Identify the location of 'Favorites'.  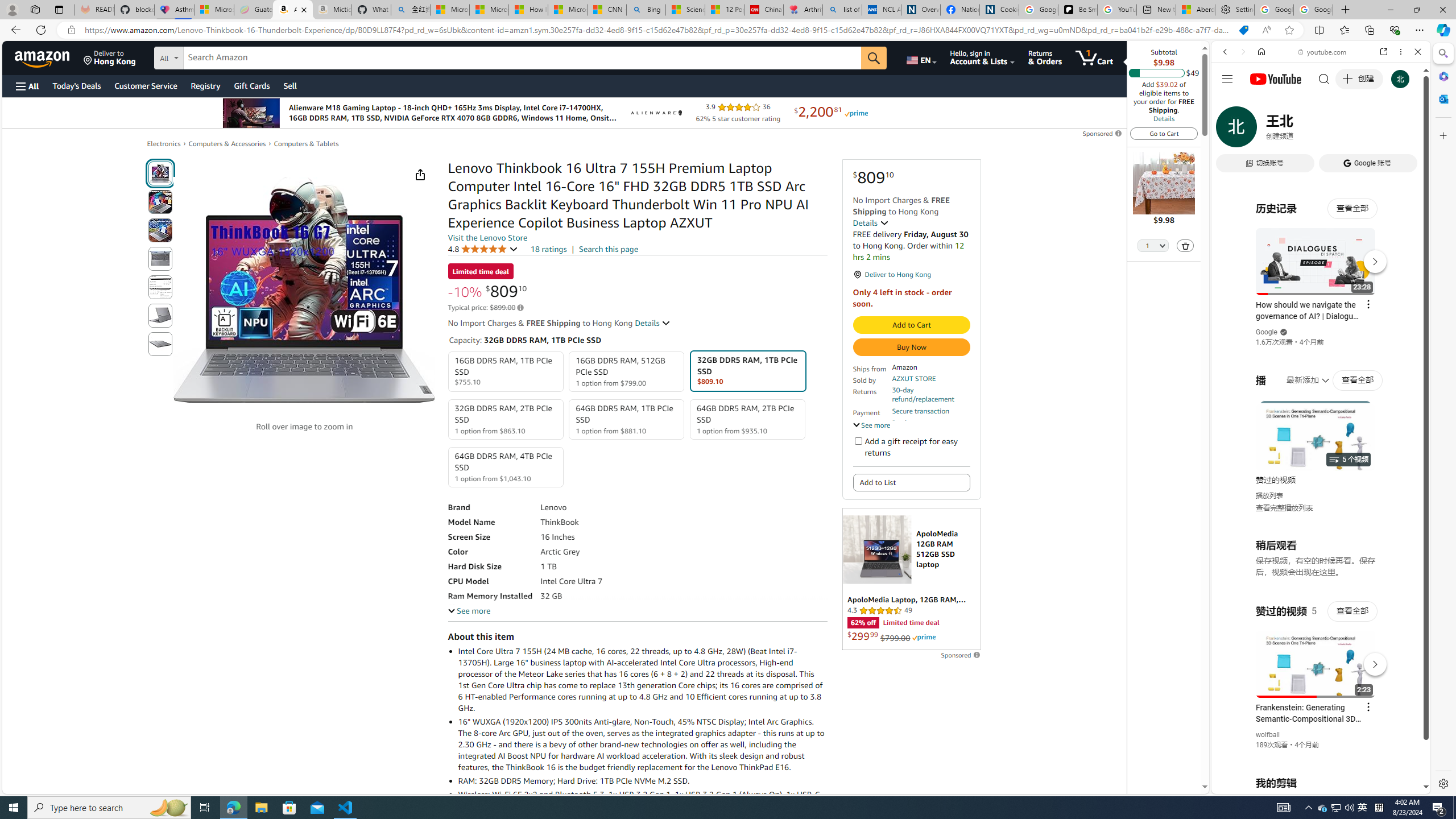
(1345, 29).